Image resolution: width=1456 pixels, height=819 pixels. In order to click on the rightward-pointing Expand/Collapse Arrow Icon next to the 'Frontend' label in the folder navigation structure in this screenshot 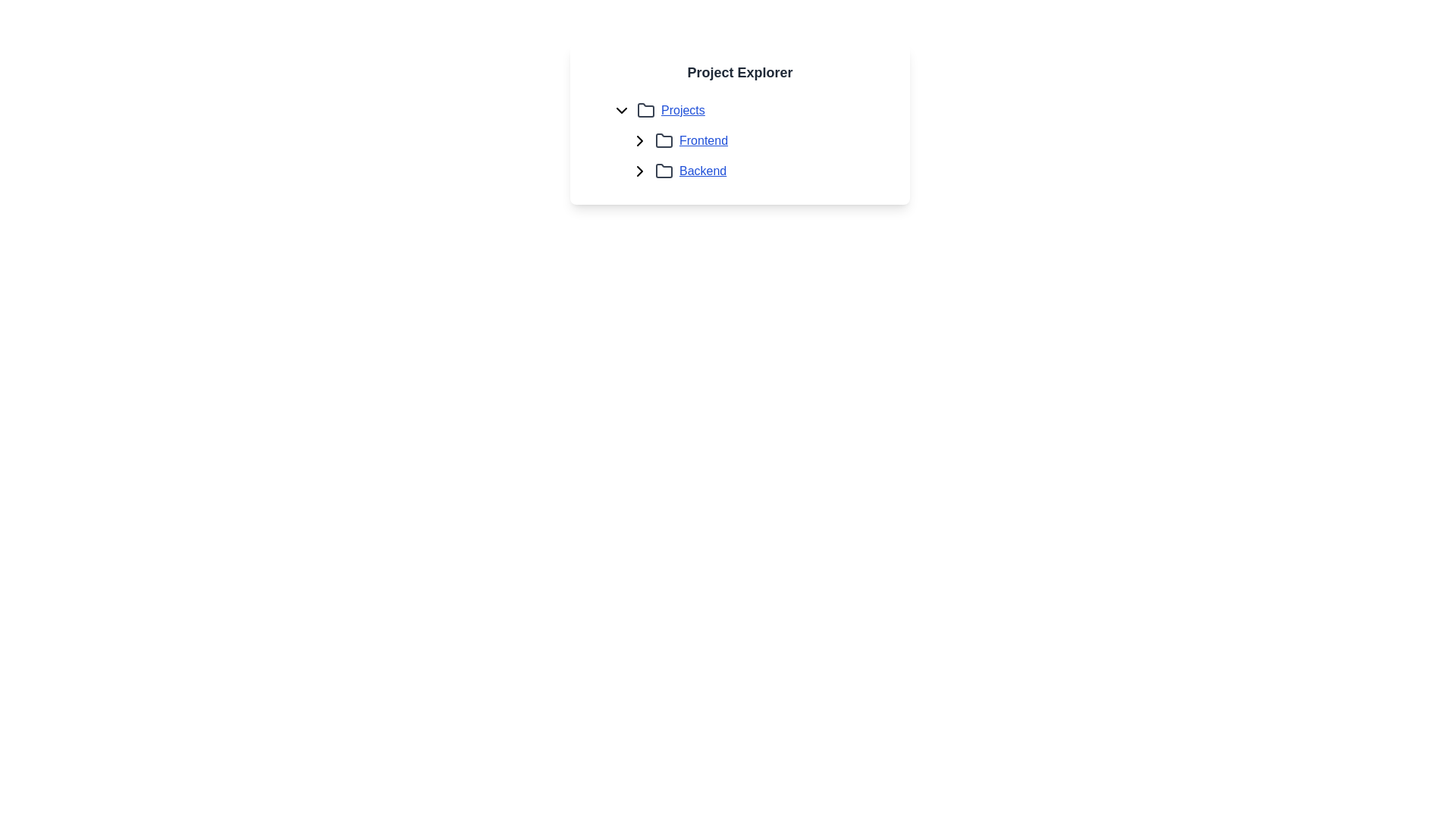, I will do `click(640, 171)`.